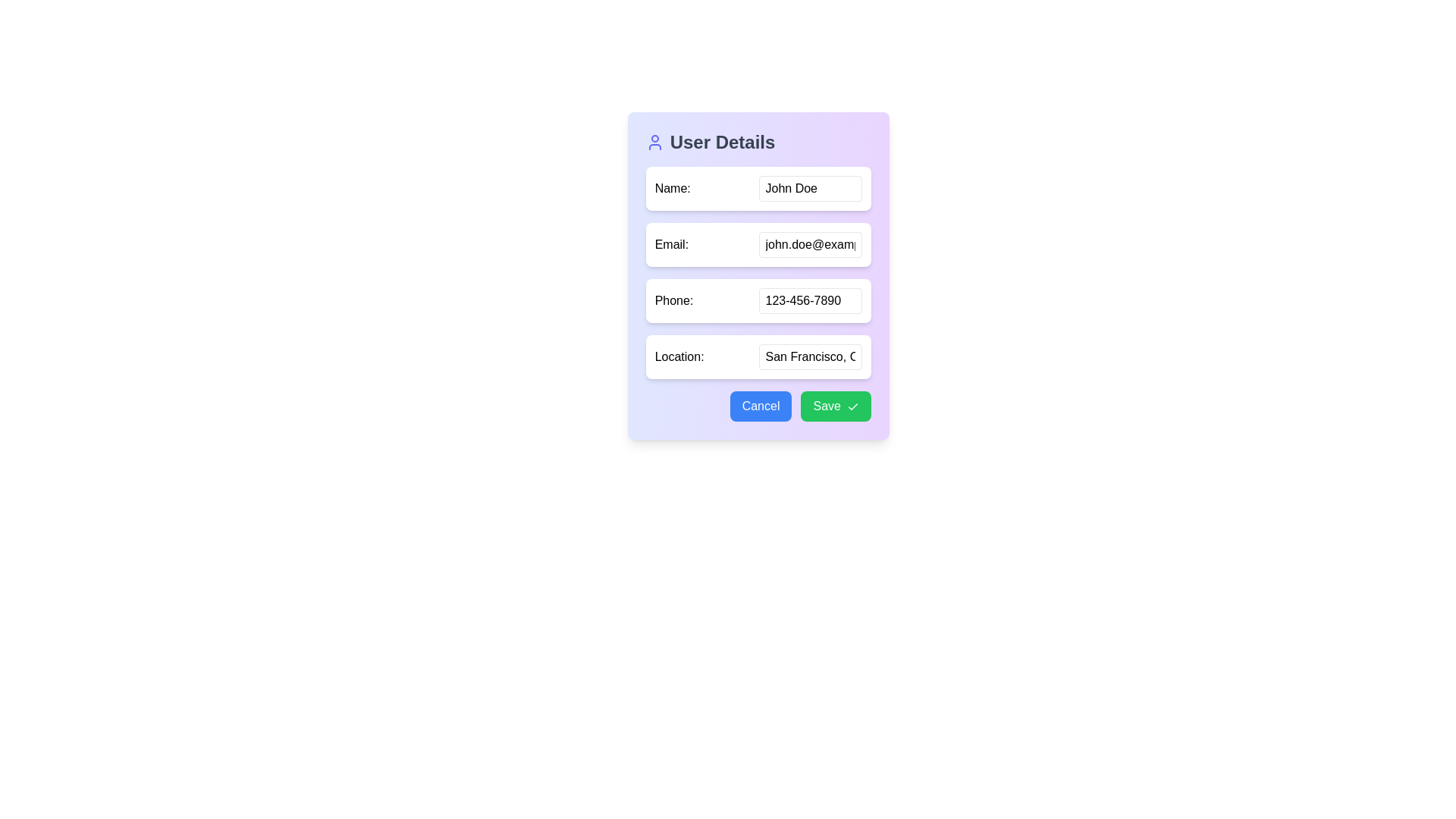 The width and height of the screenshot is (1456, 819). Describe the element at coordinates (809, 356) in the screenshot. I see `the text input field for 'Location:' which contains the placeholder 'San Francisco, CA'` at that location.